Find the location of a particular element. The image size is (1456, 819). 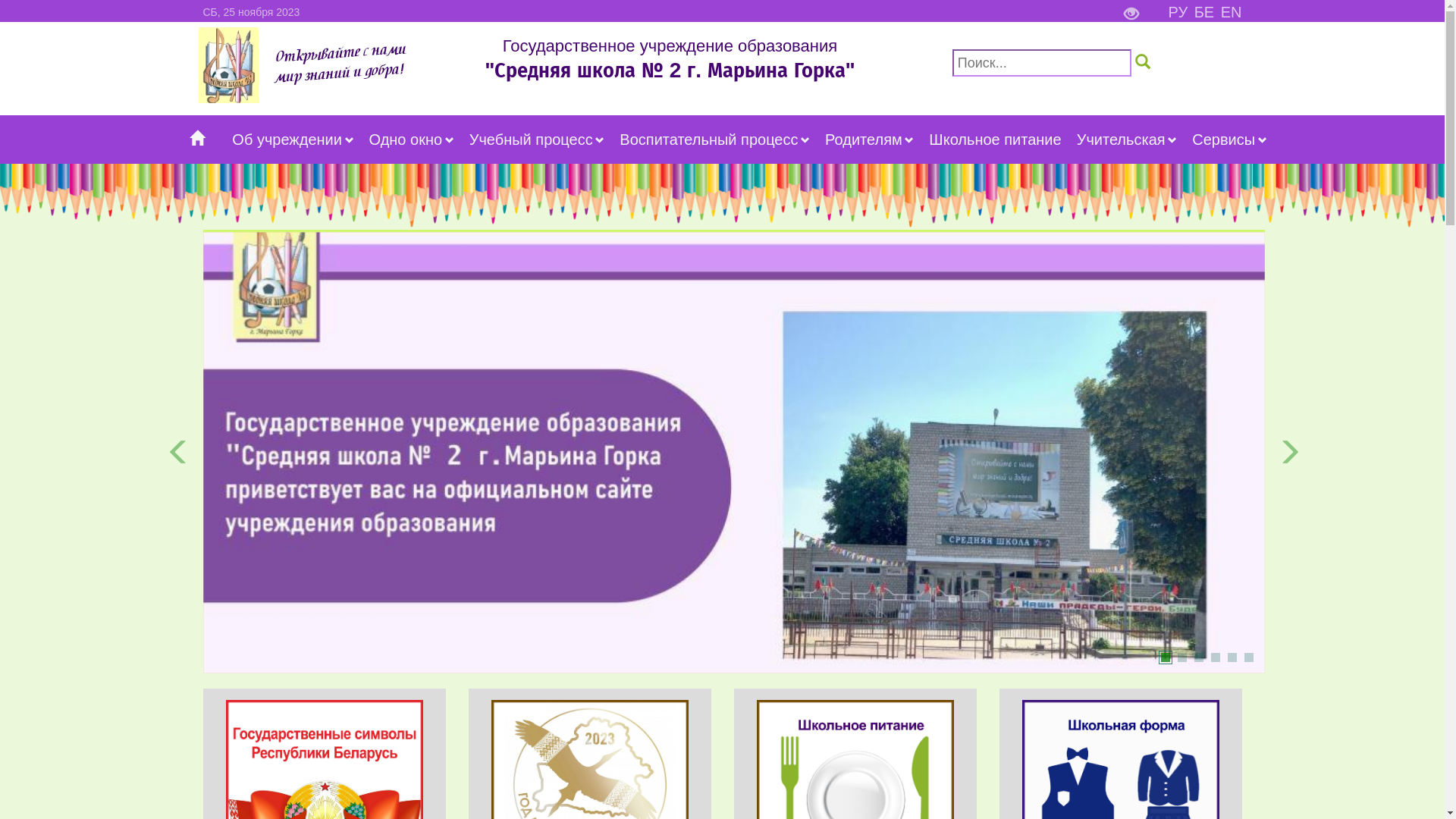

'EN' is located at coordinates (1231, 11).